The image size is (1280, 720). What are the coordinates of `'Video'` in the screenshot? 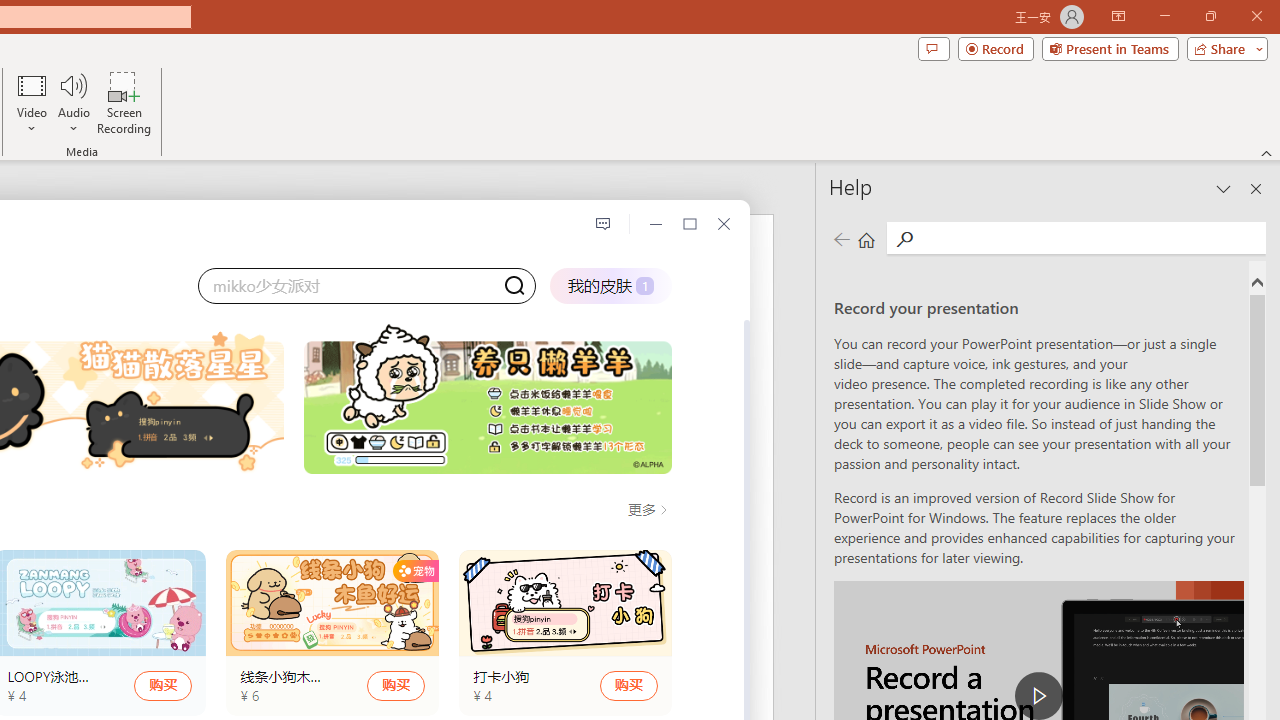 It's located at (32, 103).